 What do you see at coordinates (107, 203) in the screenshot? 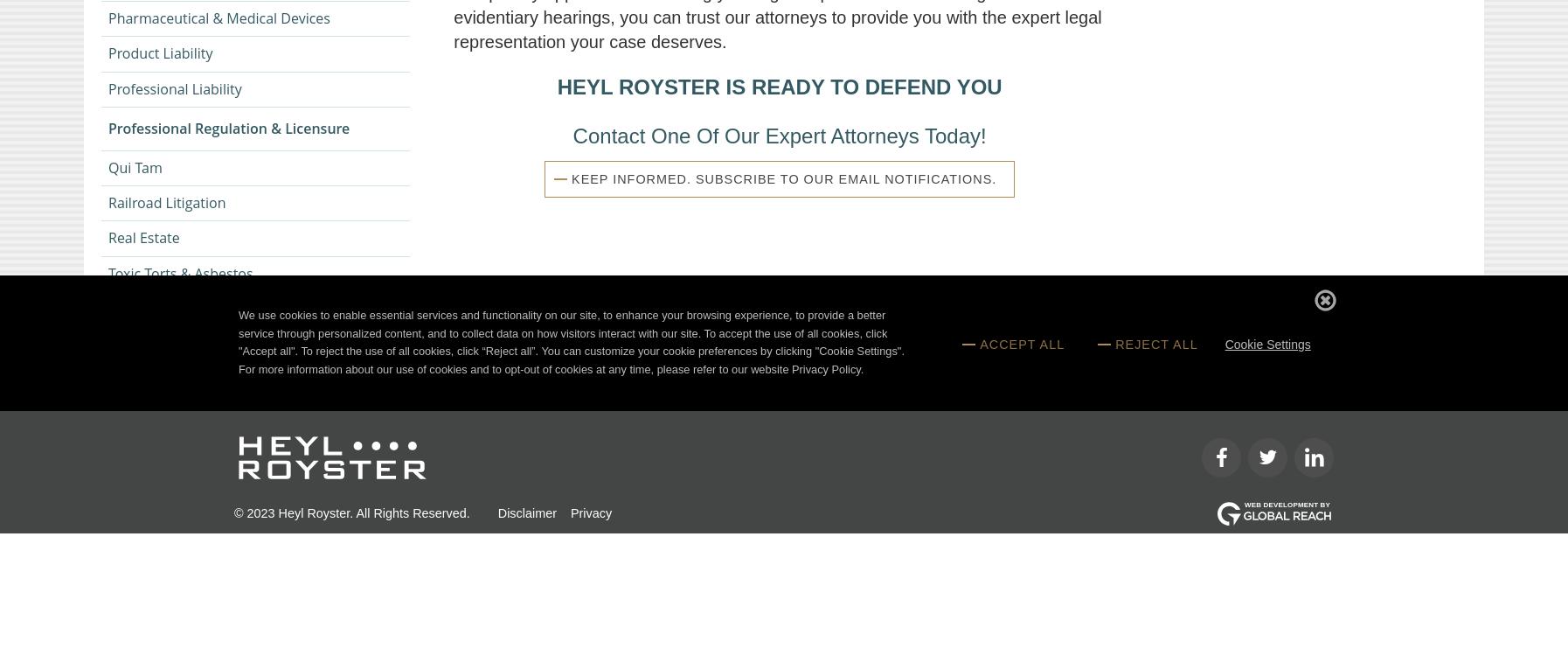
I see `'Railroad Litigation'` at bounding box center [107, 203].